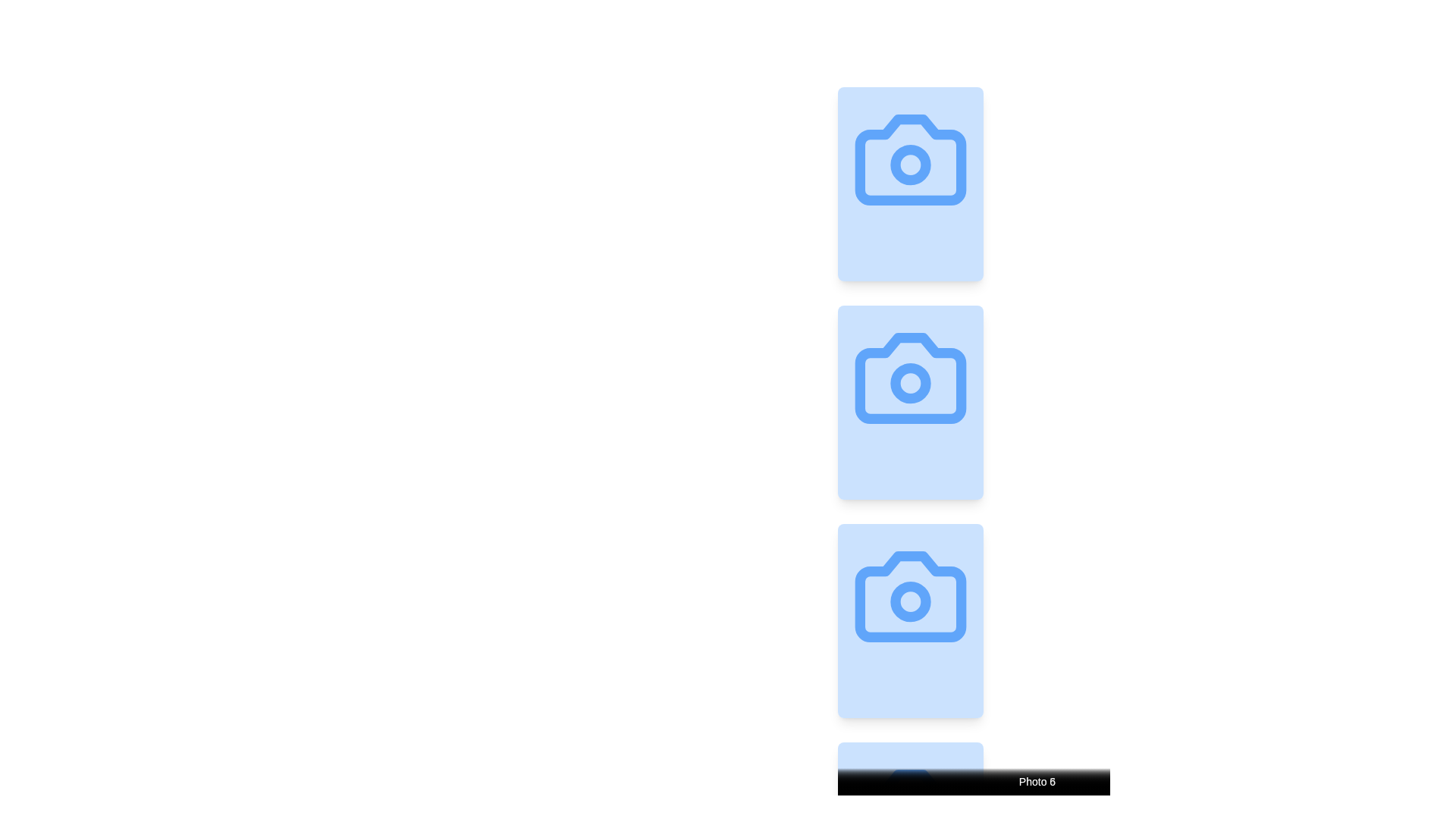 Image resolution: width=1456 pixels, height=819 pixels. I want to click on the Image Card representing 'Photo 1', which is the first item in a vertically stacked list at the top of the column, so click(910, 184).